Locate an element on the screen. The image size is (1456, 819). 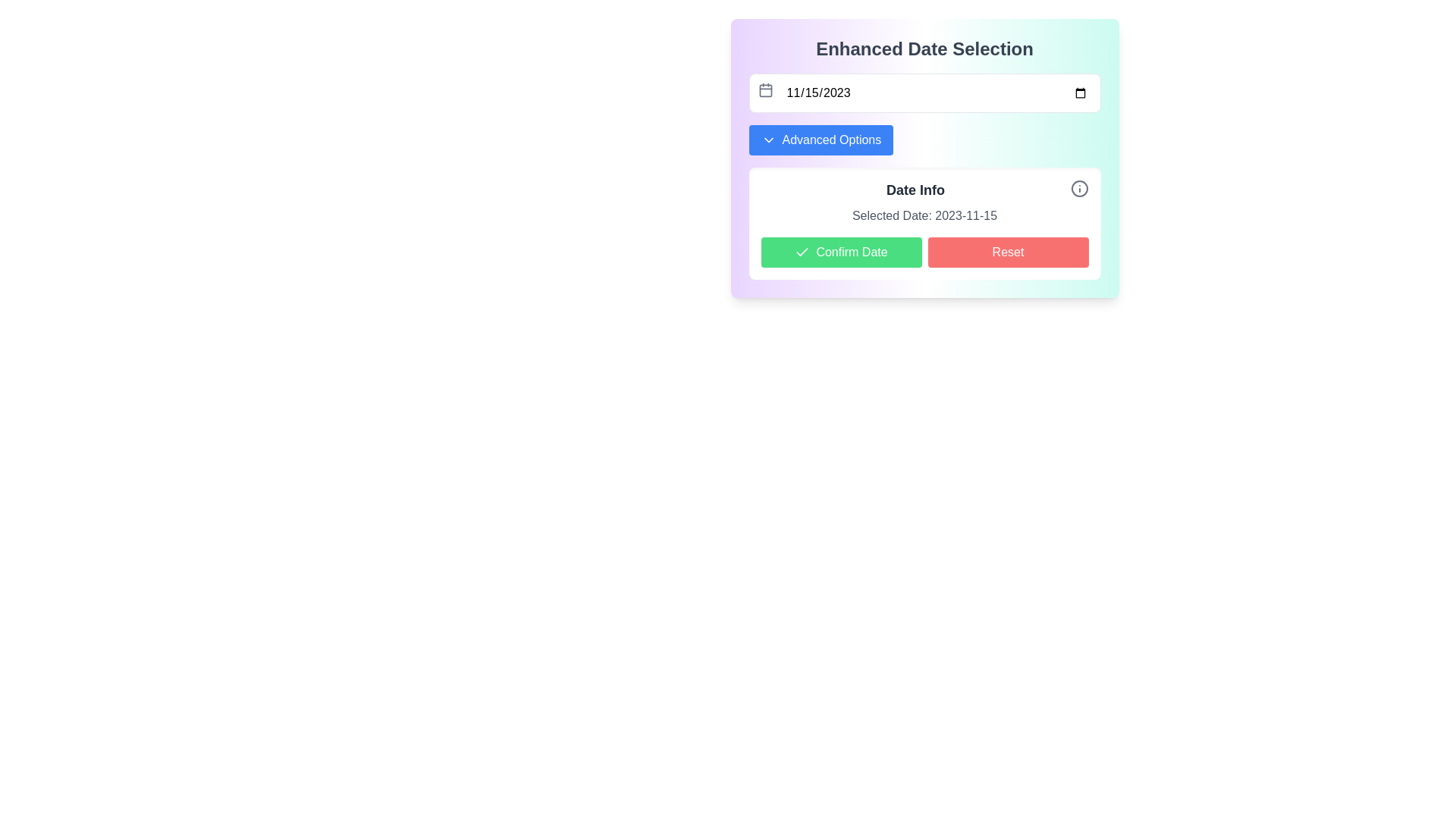
the green button labeled 'Confirm Date' that contains the small checkmark icon positioned to its left is located at coordinates (802, 251).